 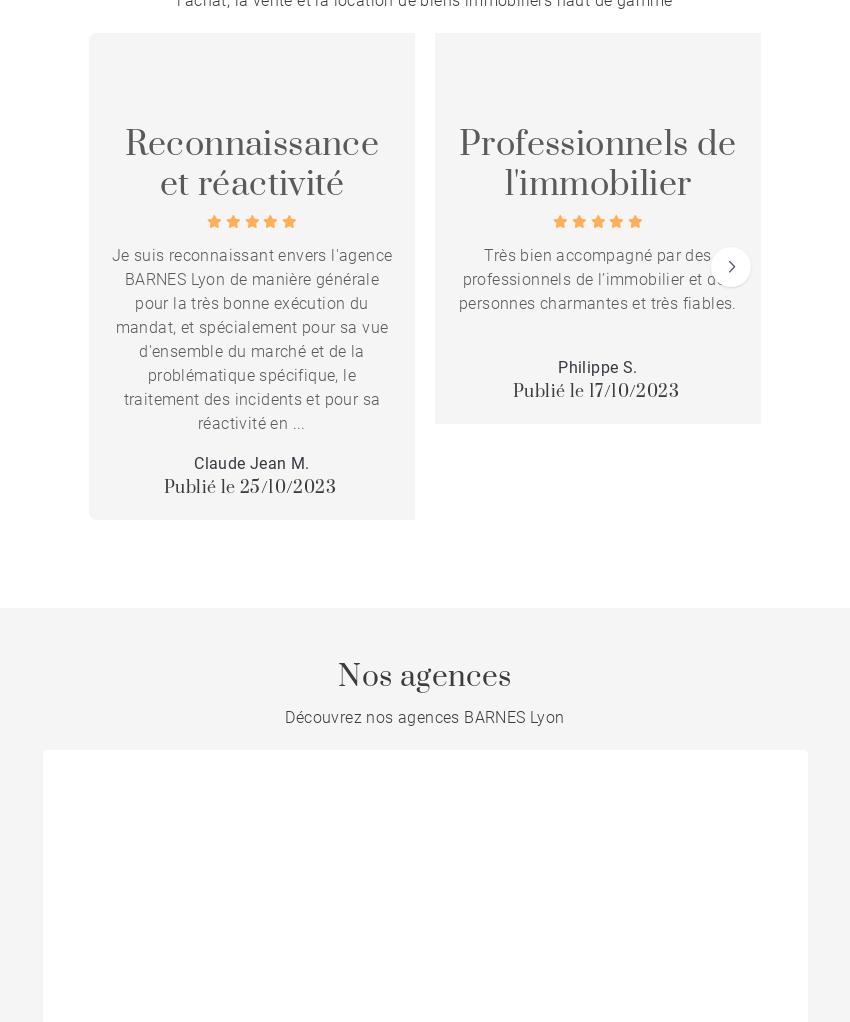 I want to click on 'Nos agences', so click(x=424, y=675).